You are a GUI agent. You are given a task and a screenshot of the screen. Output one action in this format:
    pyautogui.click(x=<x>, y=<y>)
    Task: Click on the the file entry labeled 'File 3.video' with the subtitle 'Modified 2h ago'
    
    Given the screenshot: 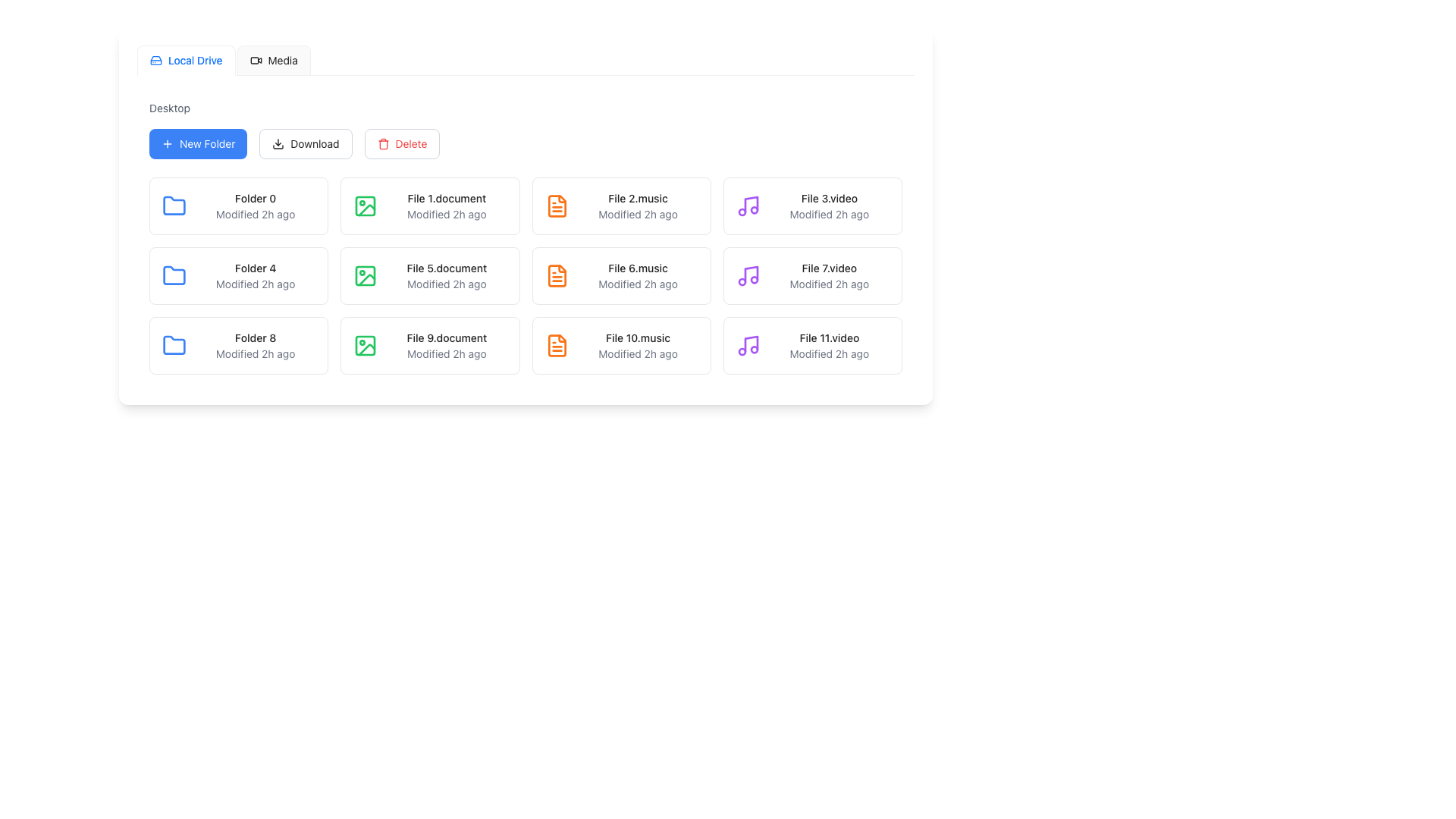 What is the action you would take?
    pyautogui.click(x=828, y=206)
    